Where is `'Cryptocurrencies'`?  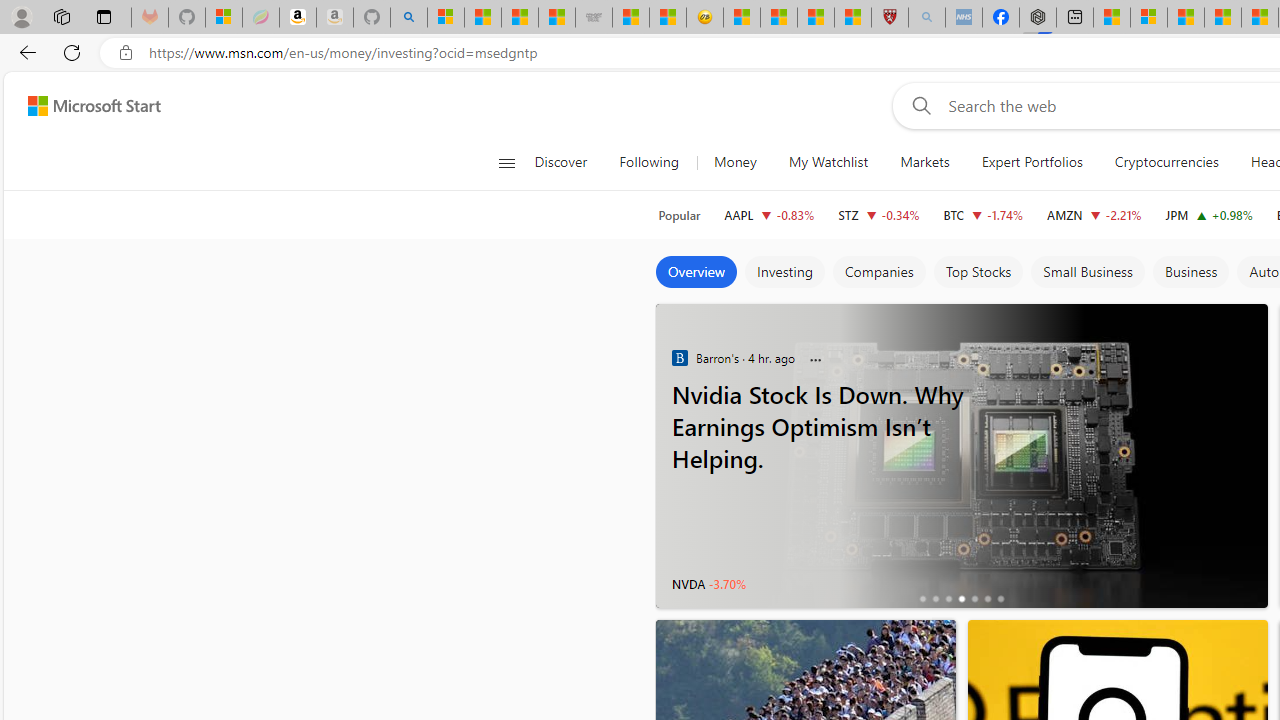 'Cryptocurrencies' is located at coordinates (1166, 162).